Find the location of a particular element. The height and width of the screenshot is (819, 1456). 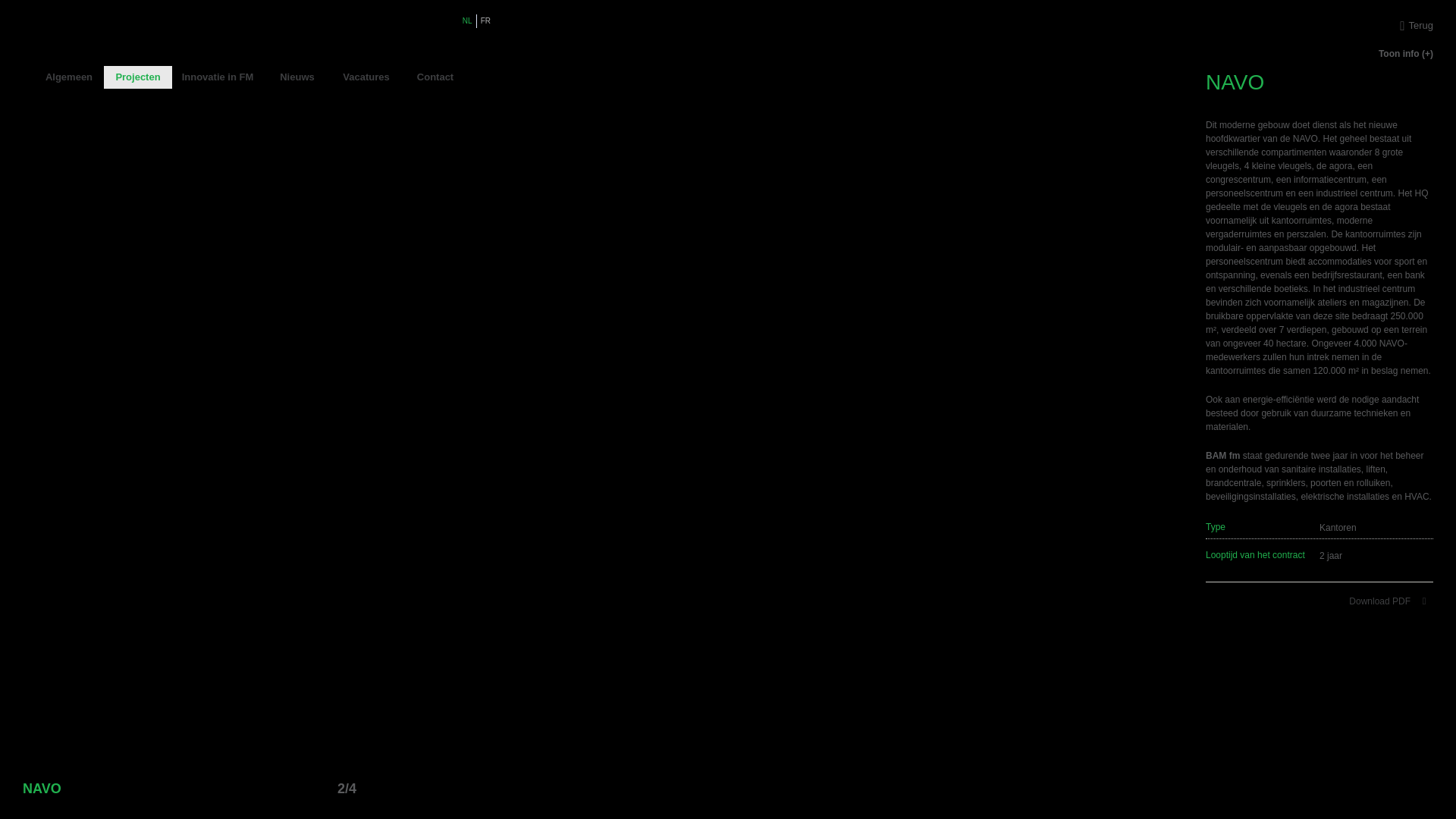

'Home' is located at coordinates (11, 77).